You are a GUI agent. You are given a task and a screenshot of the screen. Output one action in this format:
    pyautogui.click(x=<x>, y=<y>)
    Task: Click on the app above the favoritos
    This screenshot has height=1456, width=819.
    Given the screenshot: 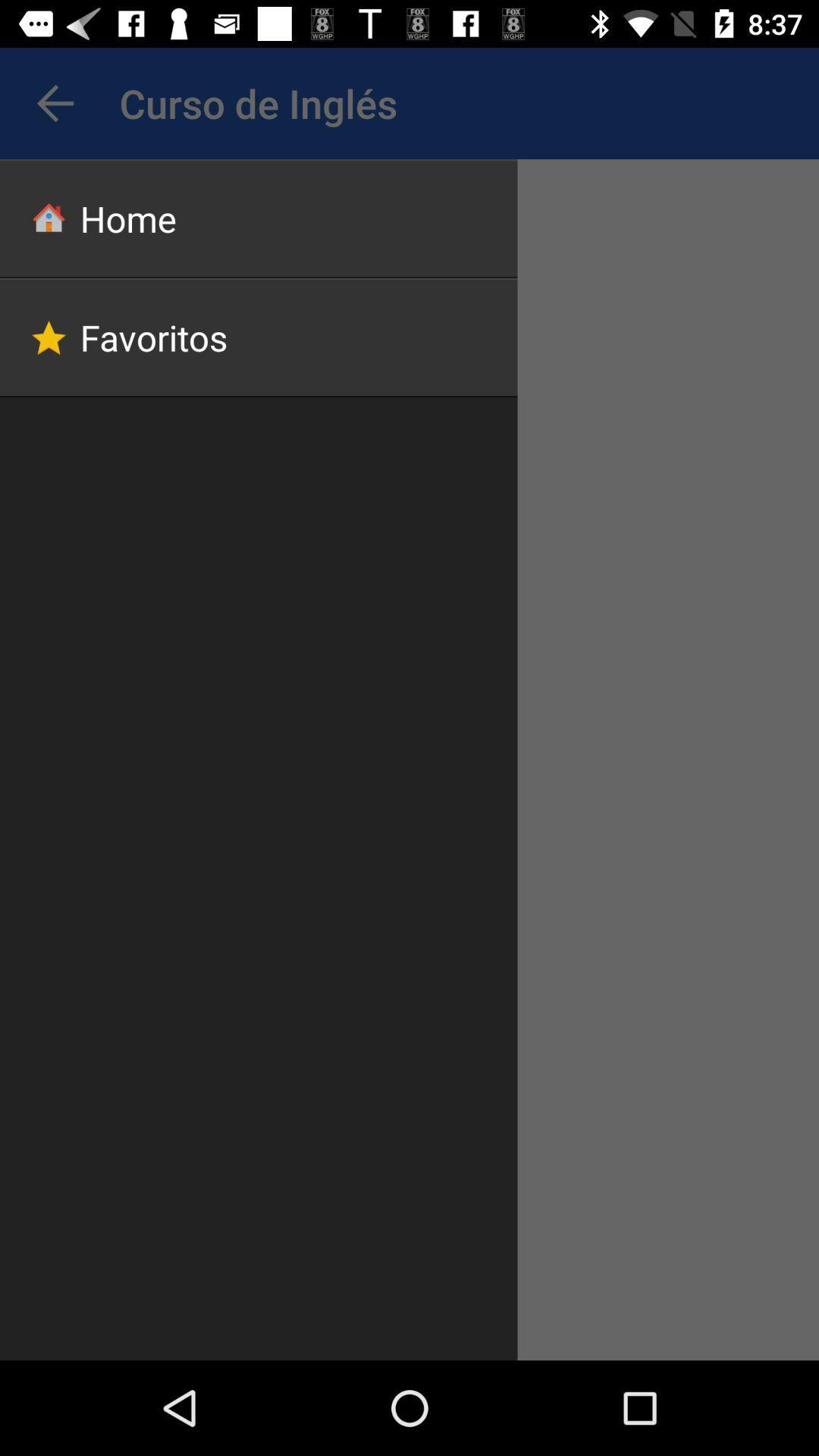 What is the action you would take?
    pyautogui.click(x=258, y=218)
    